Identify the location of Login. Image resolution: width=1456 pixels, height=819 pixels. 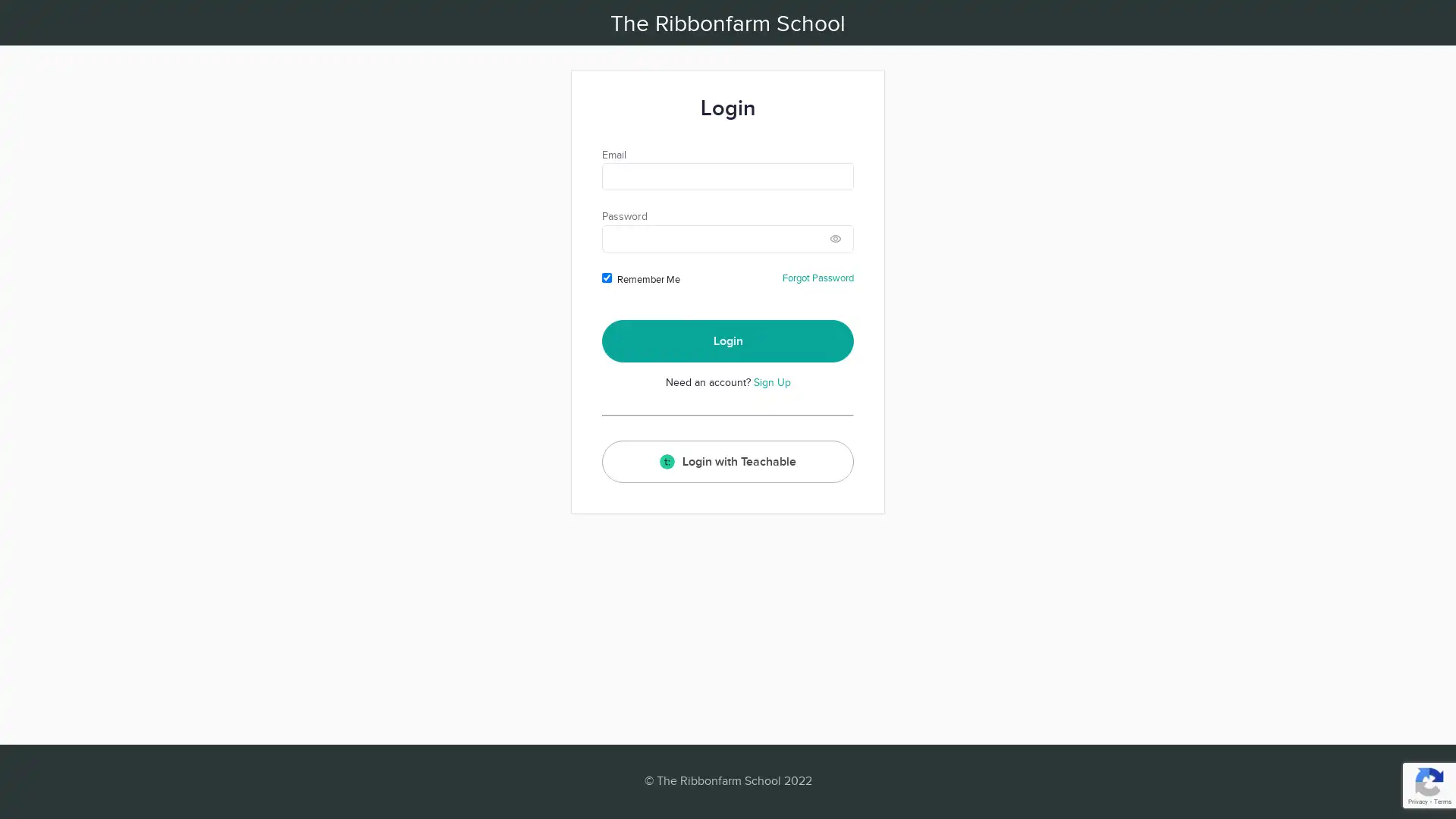
(728, 341).